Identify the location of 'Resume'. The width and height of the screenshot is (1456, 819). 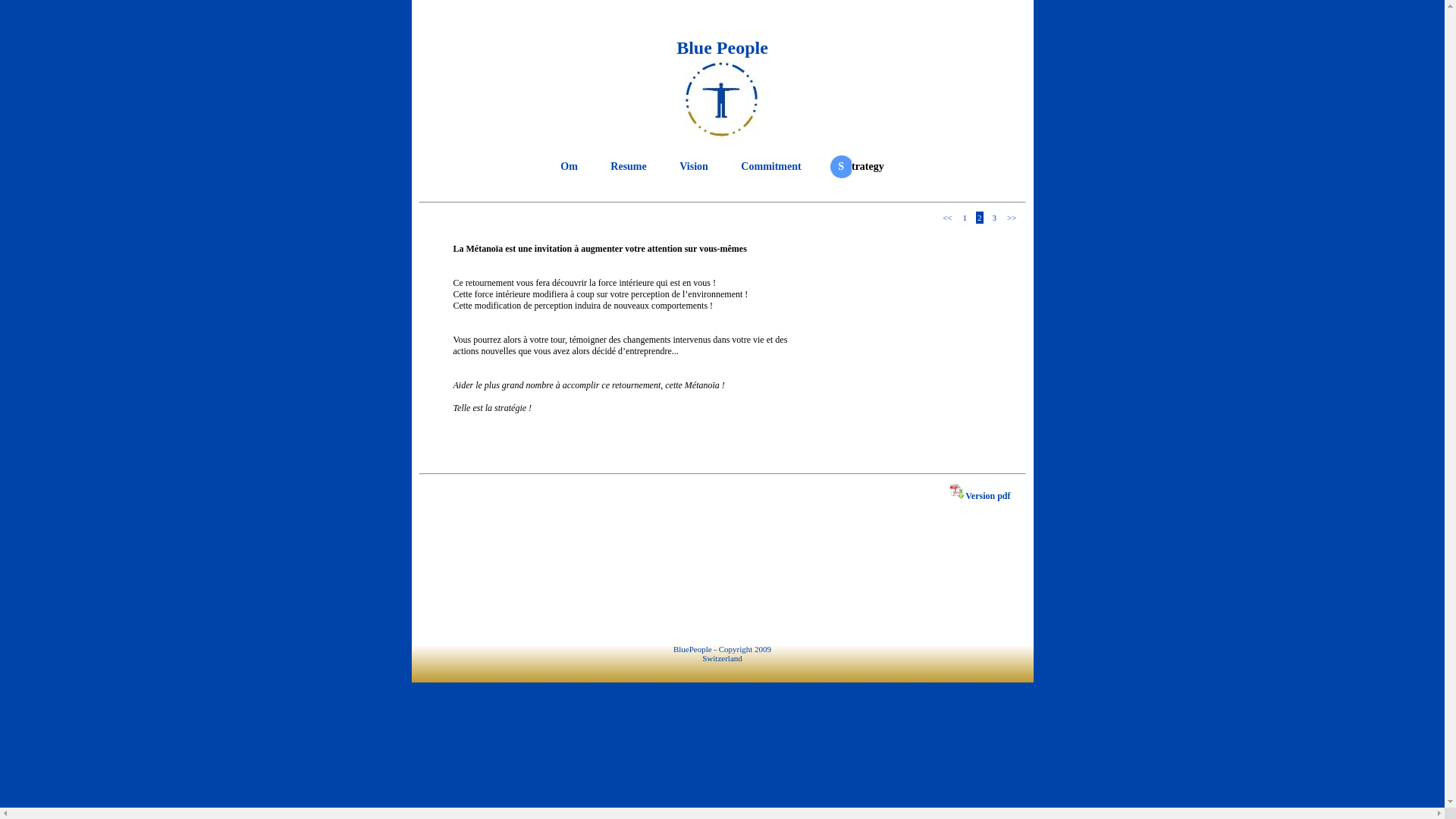
(628, 166).